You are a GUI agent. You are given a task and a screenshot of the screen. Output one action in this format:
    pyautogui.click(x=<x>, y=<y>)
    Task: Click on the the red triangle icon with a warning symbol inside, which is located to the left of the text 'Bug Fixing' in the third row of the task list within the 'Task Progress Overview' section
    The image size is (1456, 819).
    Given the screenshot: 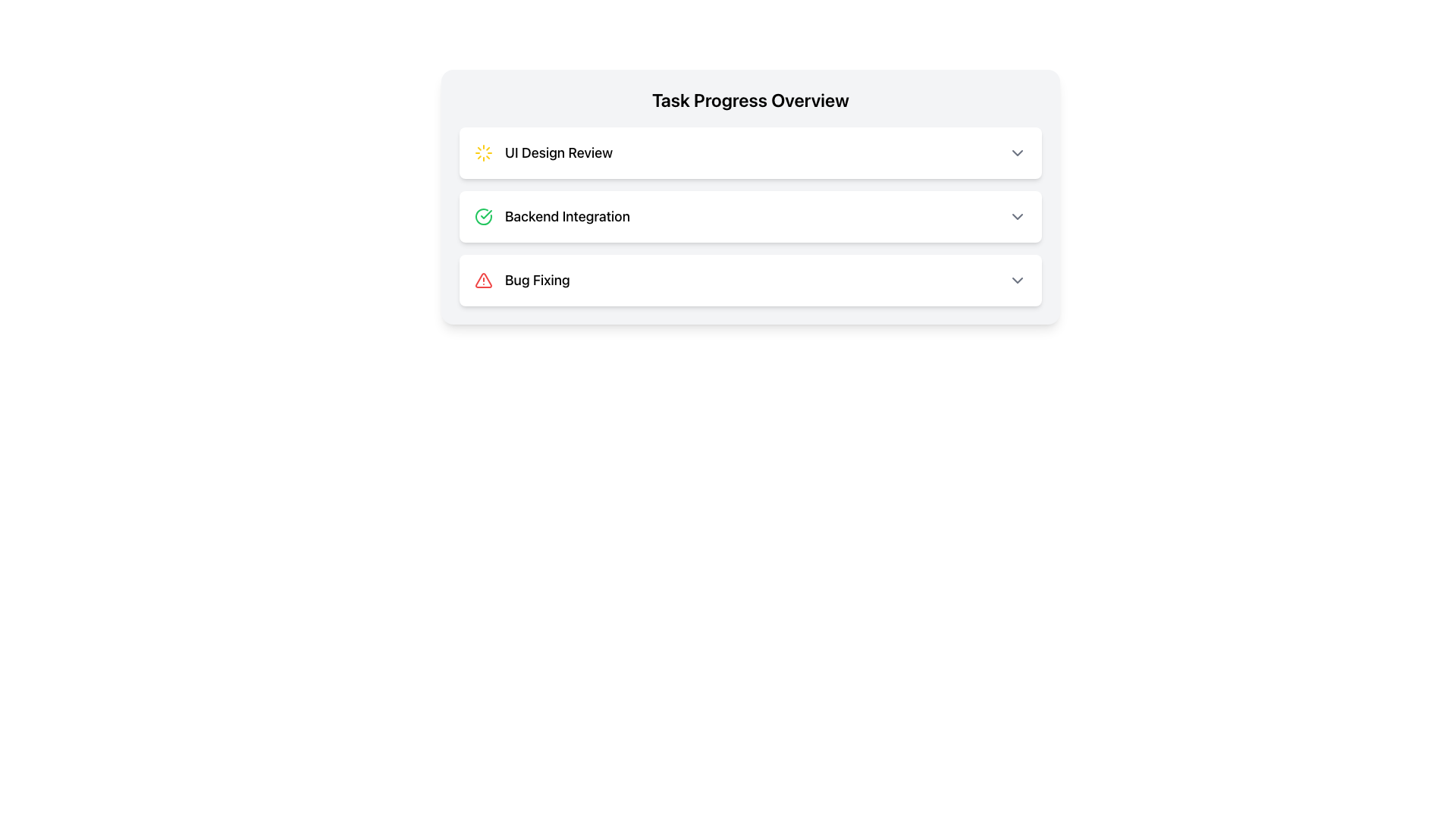 What is the action you would take?
    pyautogui.click(x=483, y=281)
    